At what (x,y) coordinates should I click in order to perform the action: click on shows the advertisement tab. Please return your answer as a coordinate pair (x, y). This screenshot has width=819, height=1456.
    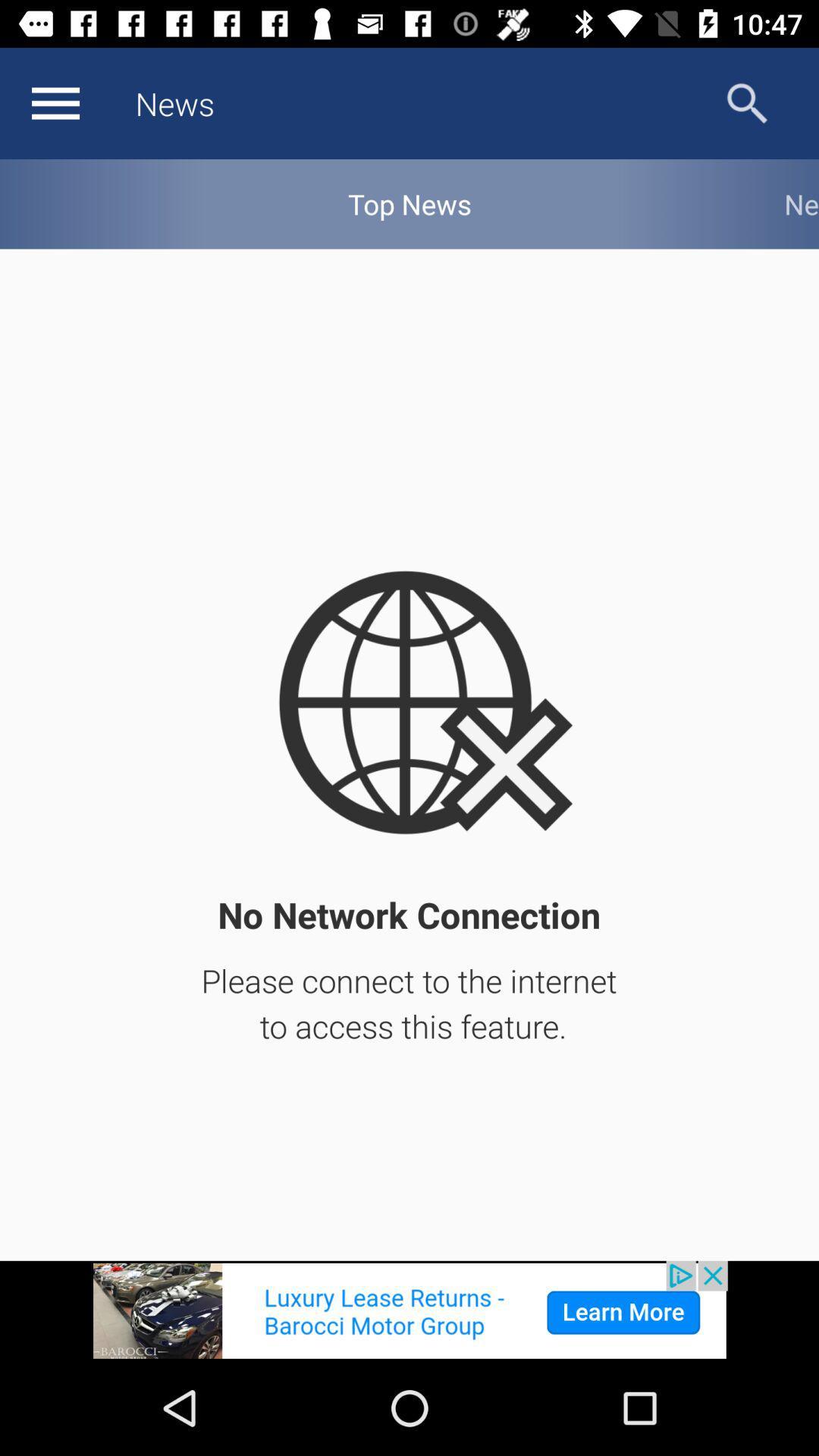
    Looking at the image, I should click on (409, 1310).